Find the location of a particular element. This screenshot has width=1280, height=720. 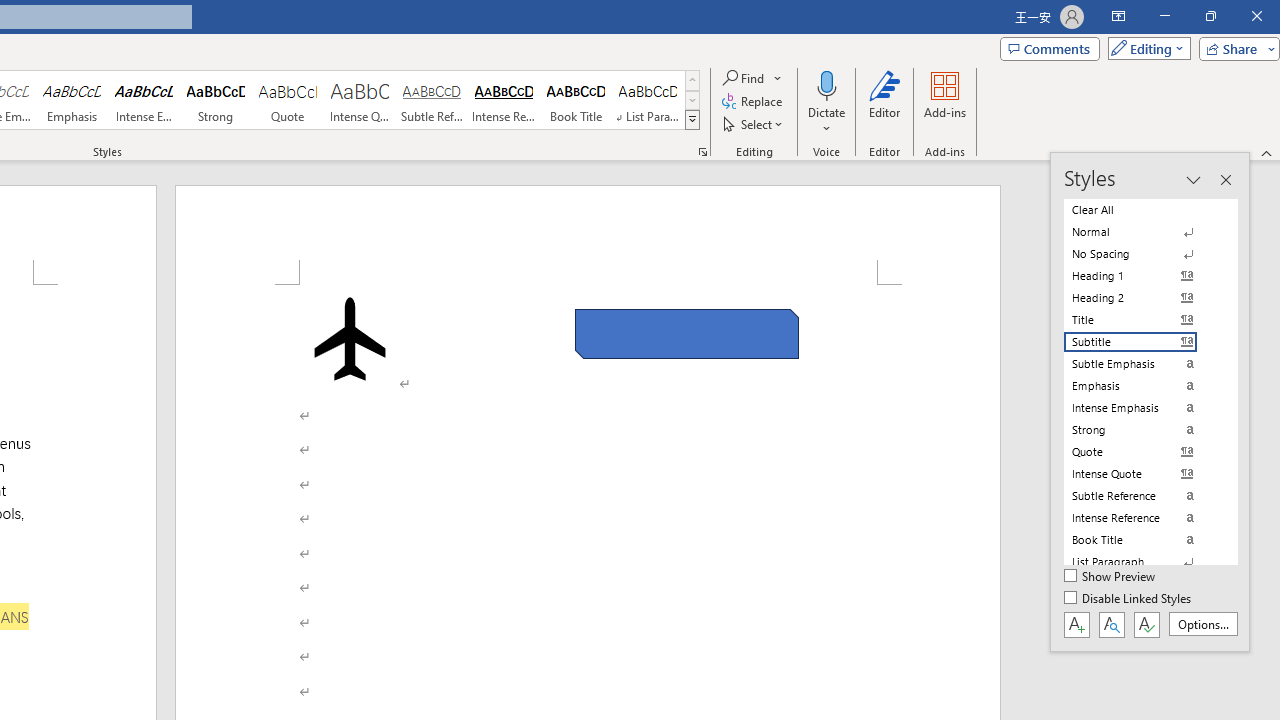

'No Spacing' is located at coordinates (1142, 253).